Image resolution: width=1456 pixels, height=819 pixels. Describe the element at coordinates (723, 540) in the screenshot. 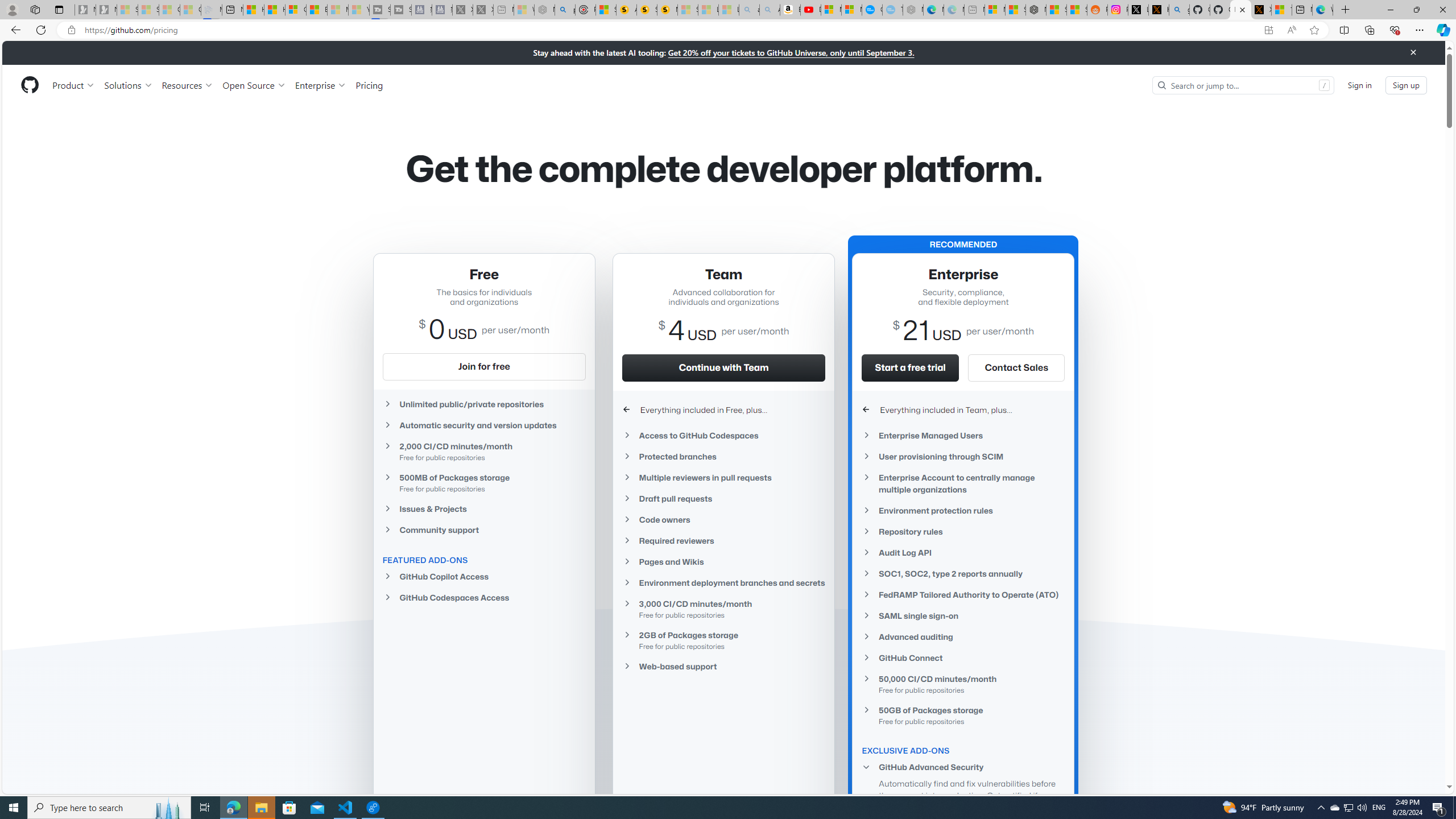

I see `'Required reviewers'` at that location.